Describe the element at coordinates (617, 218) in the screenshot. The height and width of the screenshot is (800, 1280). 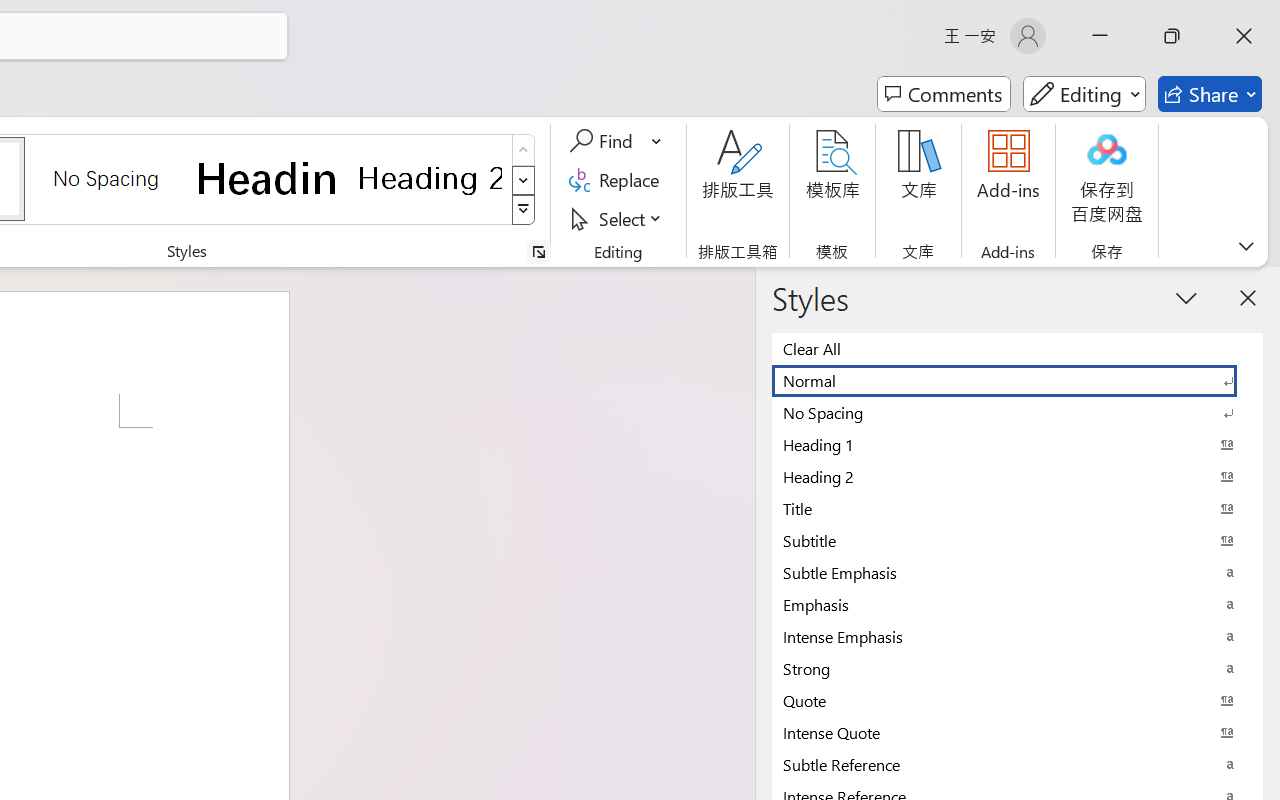
I see `'Select'` at that location.